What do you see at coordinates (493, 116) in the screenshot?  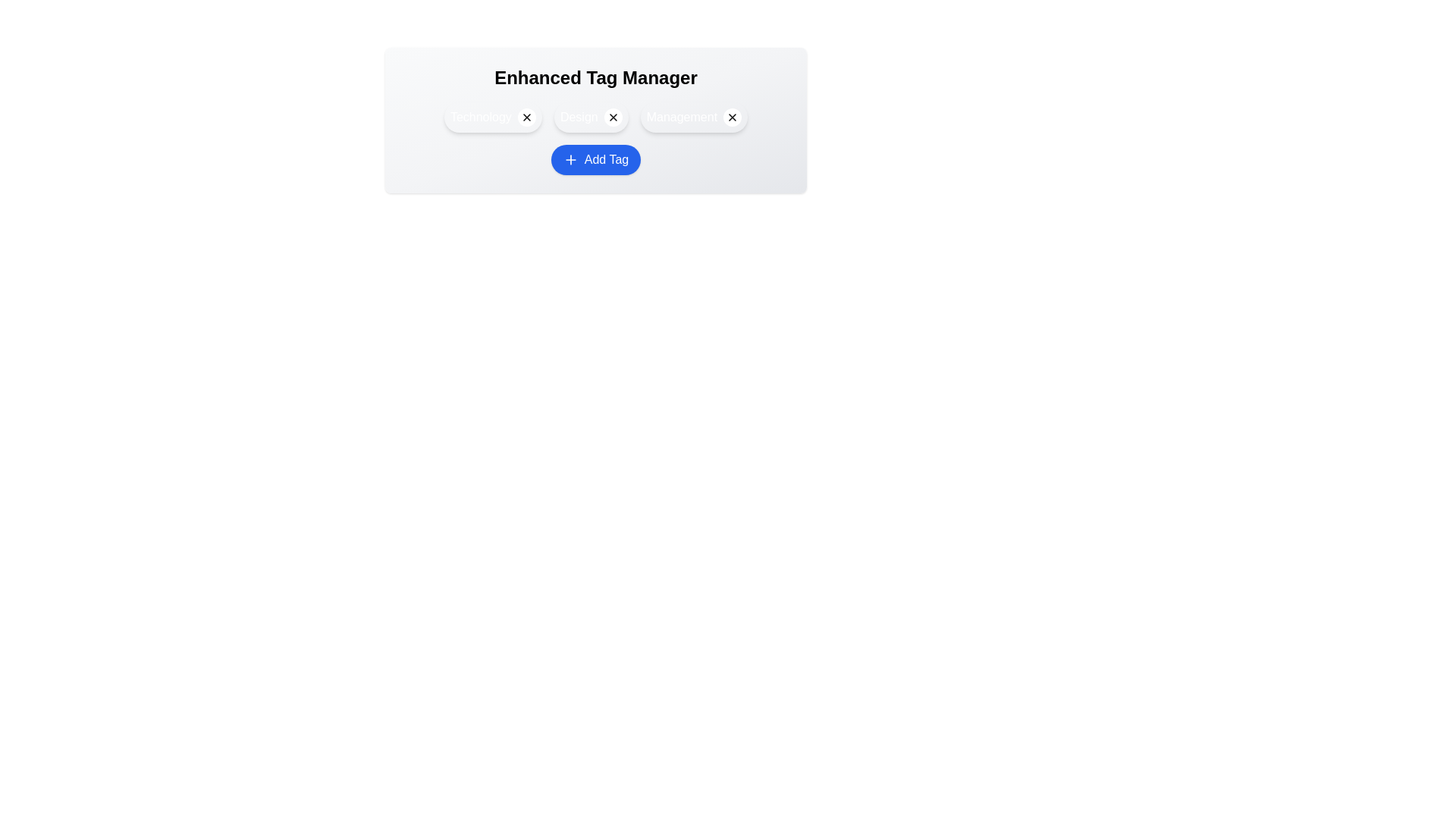 I see `the tag labeled Technology` at bounding box center [493, 116].